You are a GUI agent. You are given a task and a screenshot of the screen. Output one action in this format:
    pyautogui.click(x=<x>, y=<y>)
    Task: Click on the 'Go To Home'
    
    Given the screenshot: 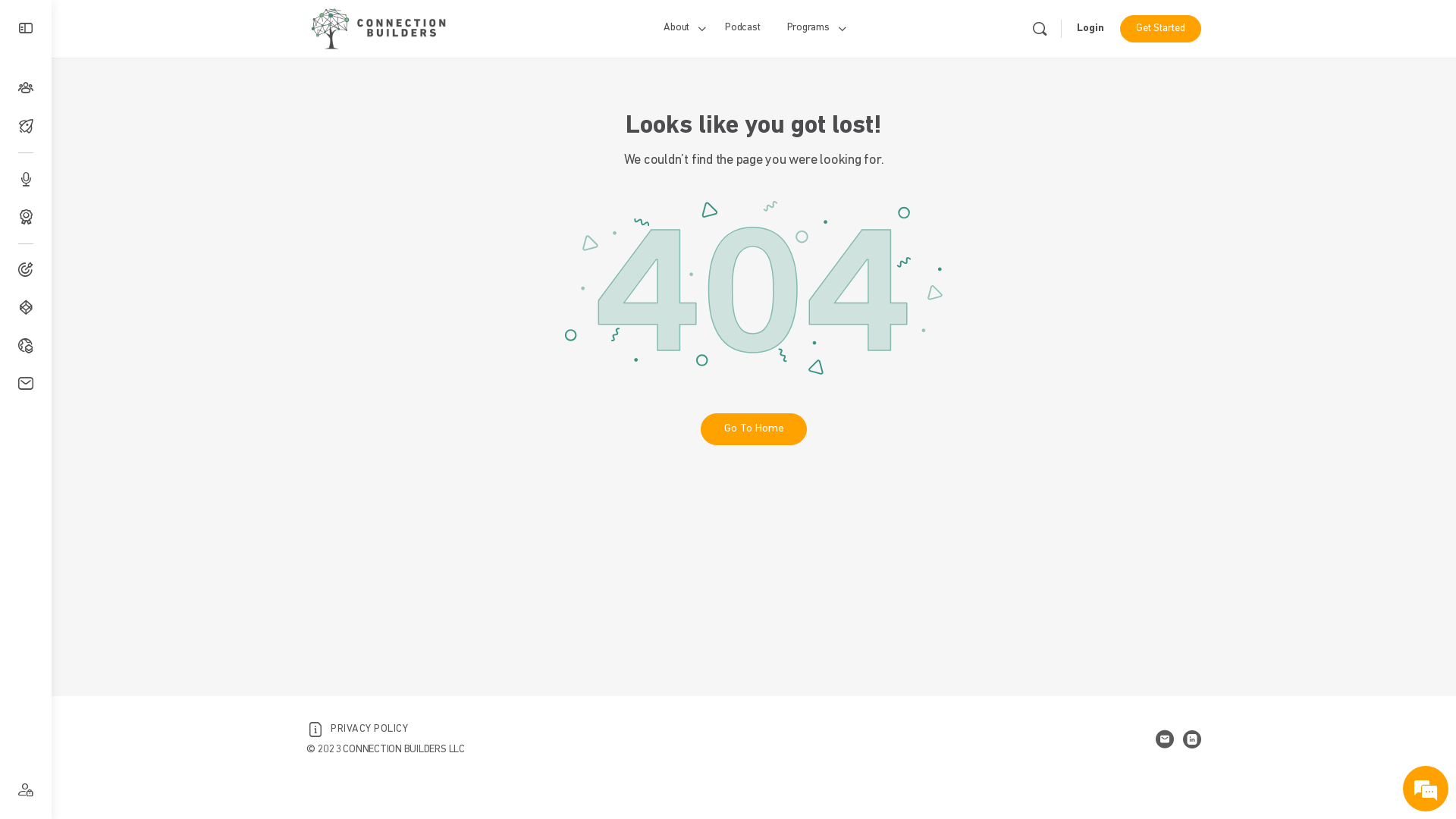 What is the action you would take?
    pyautogui.click(x=753, y=429)
    